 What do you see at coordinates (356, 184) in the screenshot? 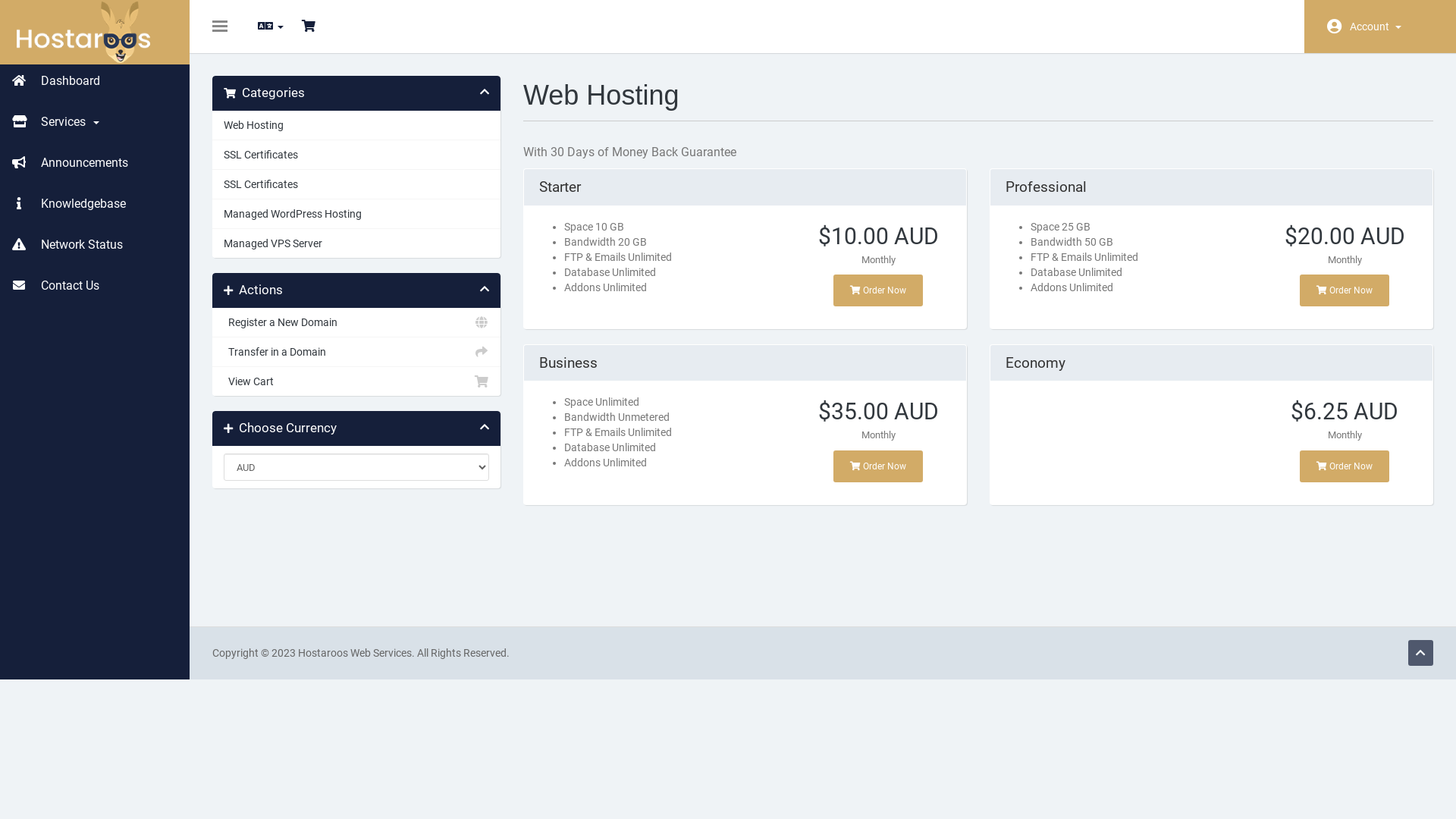
I see `'SSL Certificates'` at bounding box center [356, 184].